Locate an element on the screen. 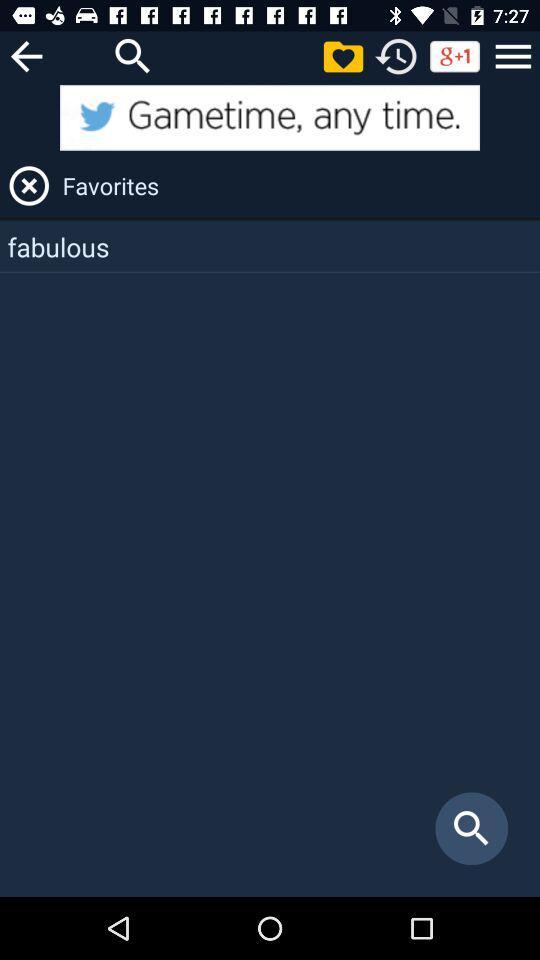 The height and width of the screenshot is (960, 540). the item next to favorites is located at coordinates (28, 186).